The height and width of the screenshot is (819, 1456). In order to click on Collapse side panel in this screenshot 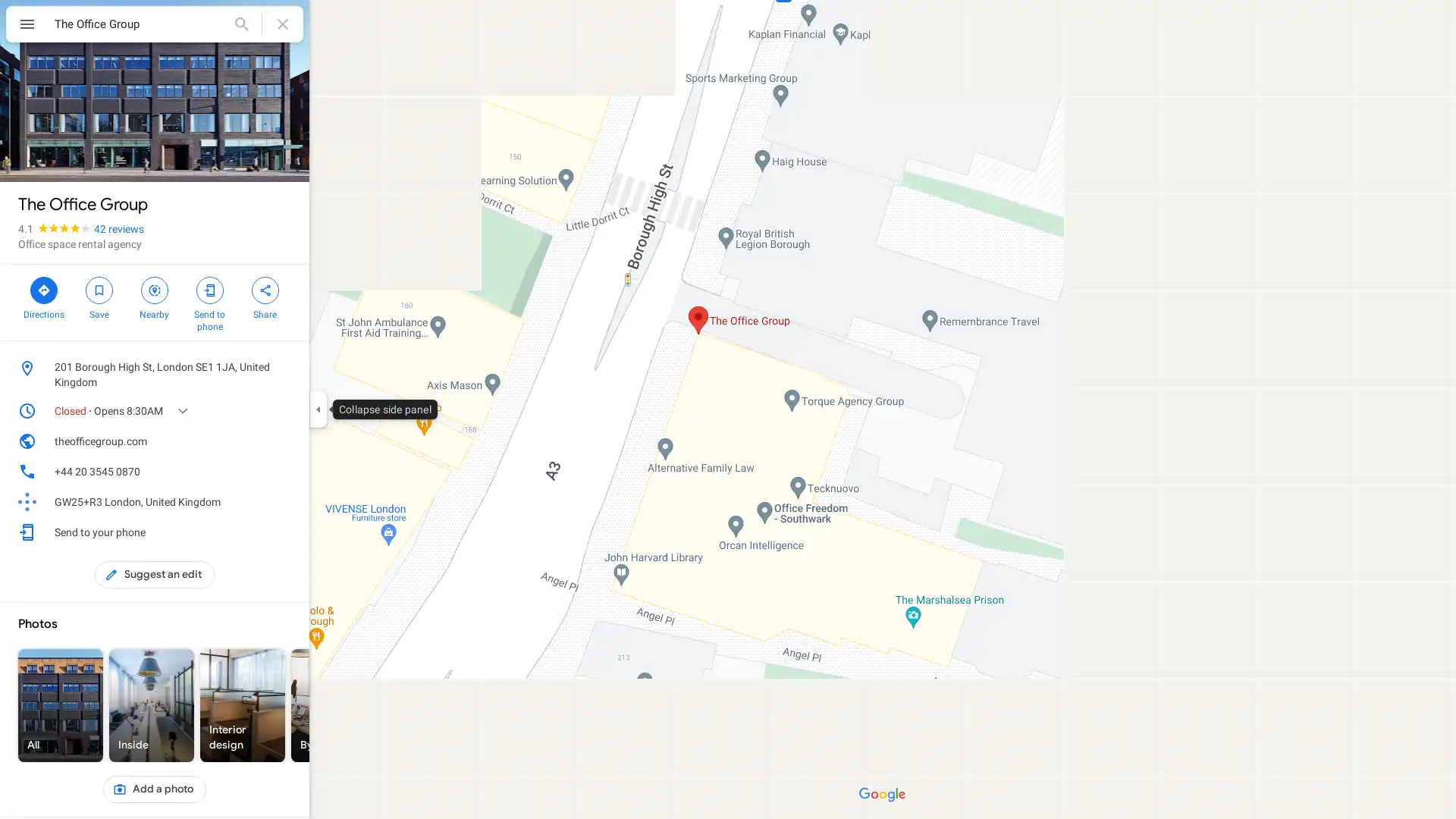, I will do `click(317, 409)`.